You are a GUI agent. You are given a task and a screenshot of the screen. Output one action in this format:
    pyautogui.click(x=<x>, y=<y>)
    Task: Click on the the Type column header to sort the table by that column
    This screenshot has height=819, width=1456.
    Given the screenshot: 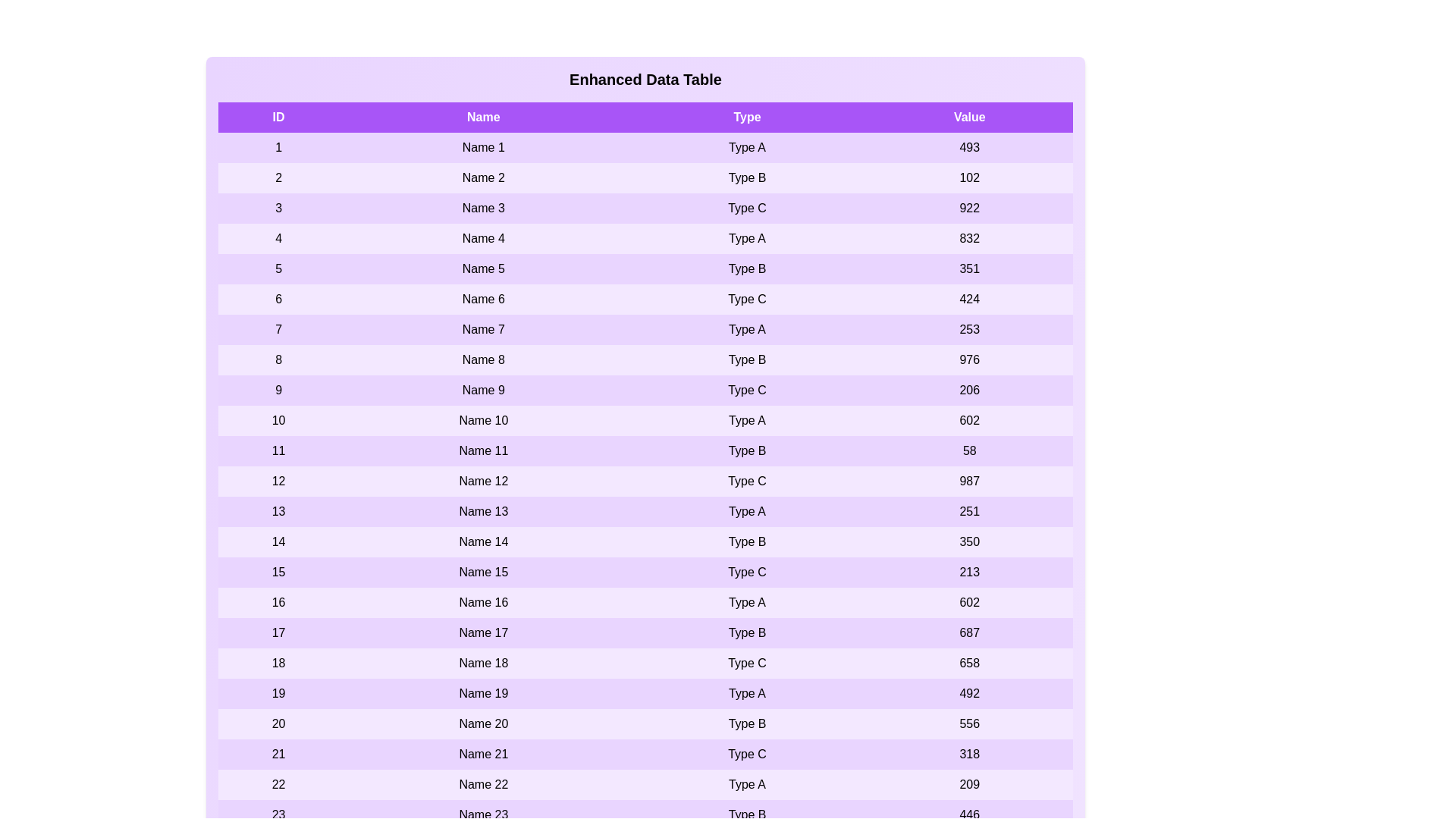 What is the action you would take?
    pyautogui.click(x=747, y=116)
    